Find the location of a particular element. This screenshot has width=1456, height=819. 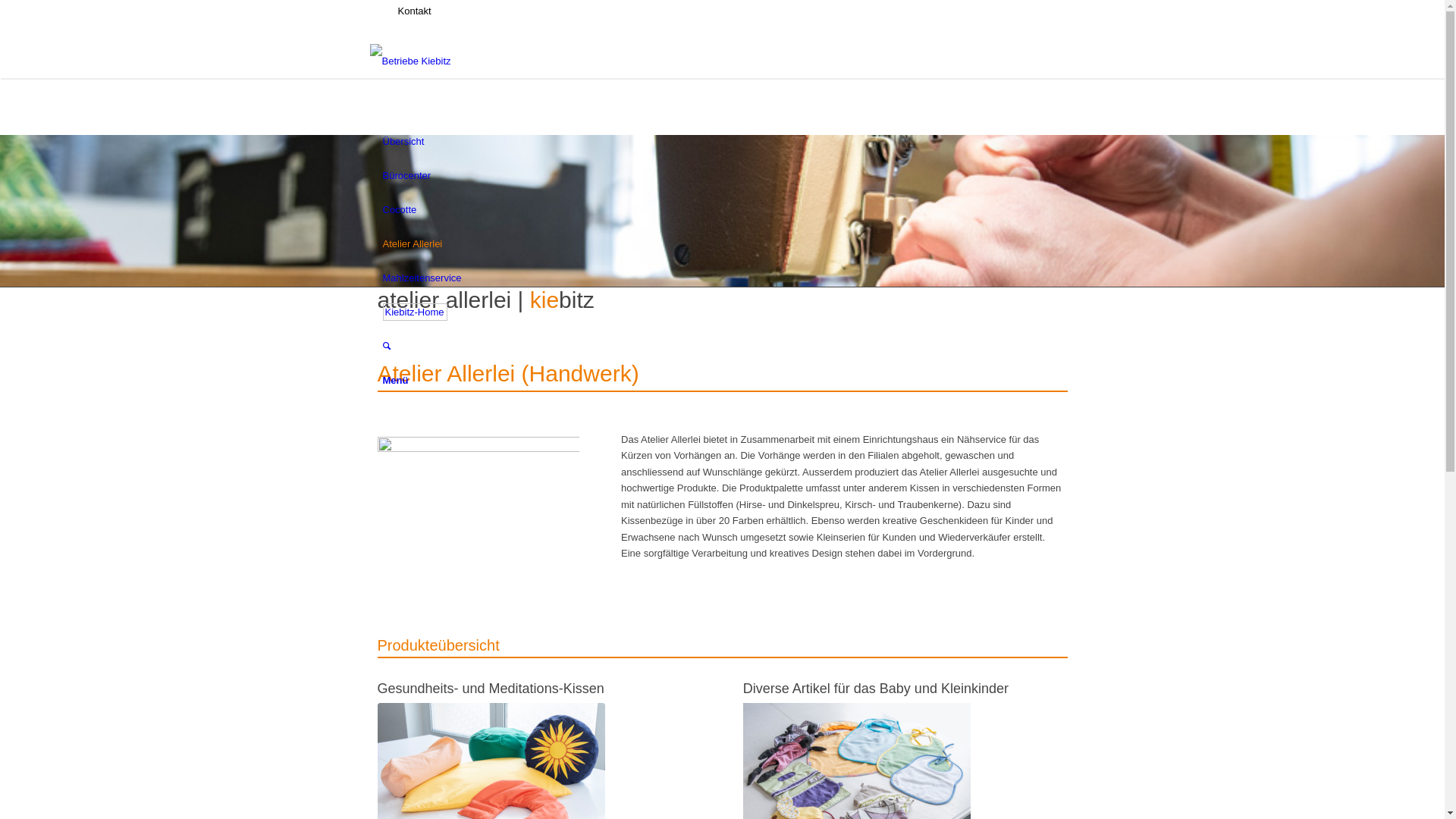

'Kiebietz_Atelier Allerlei 2' is located at coordinates (478, 504).